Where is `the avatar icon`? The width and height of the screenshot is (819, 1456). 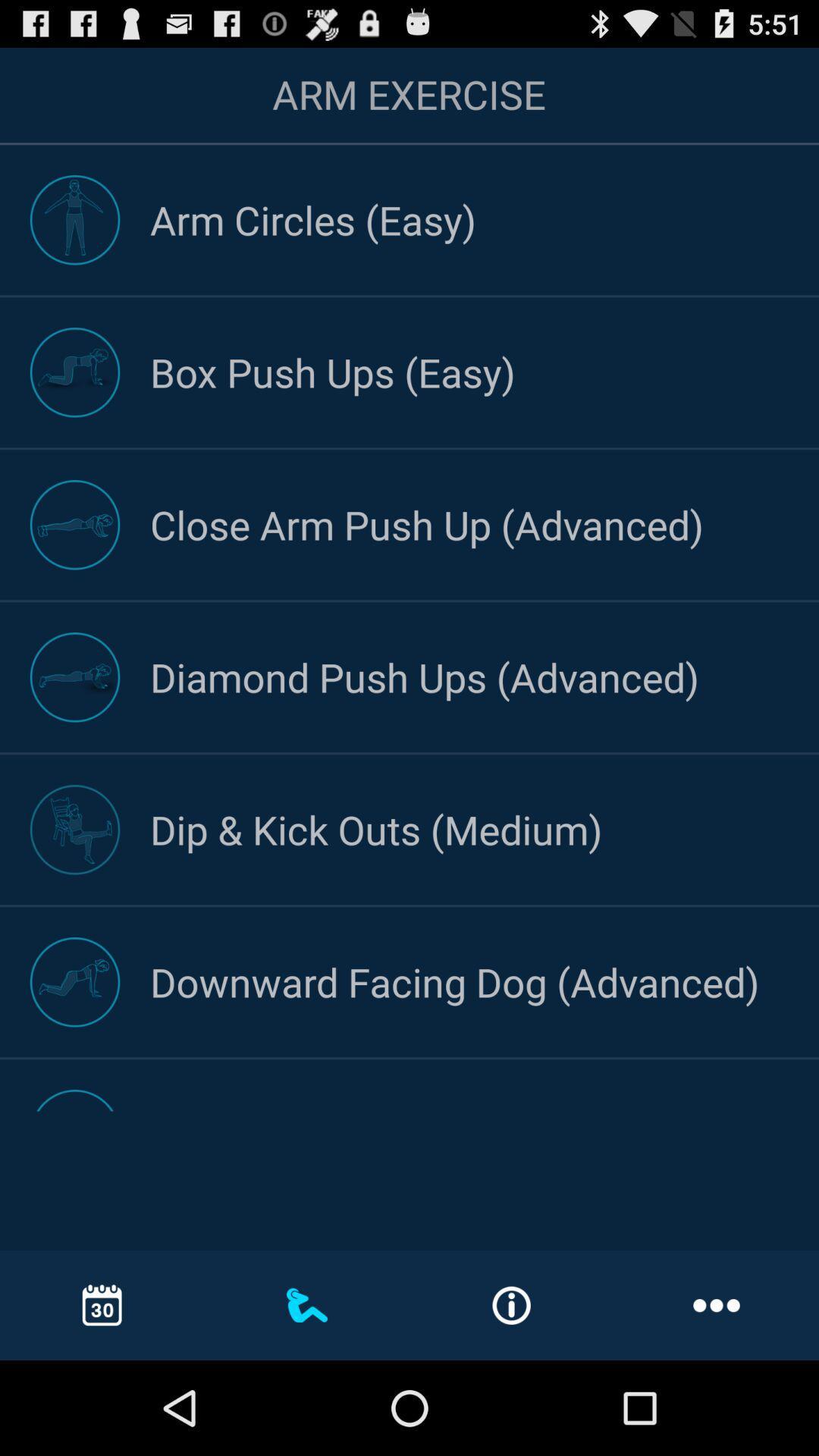 the avatar icon is located at coordinates (84, 1050).